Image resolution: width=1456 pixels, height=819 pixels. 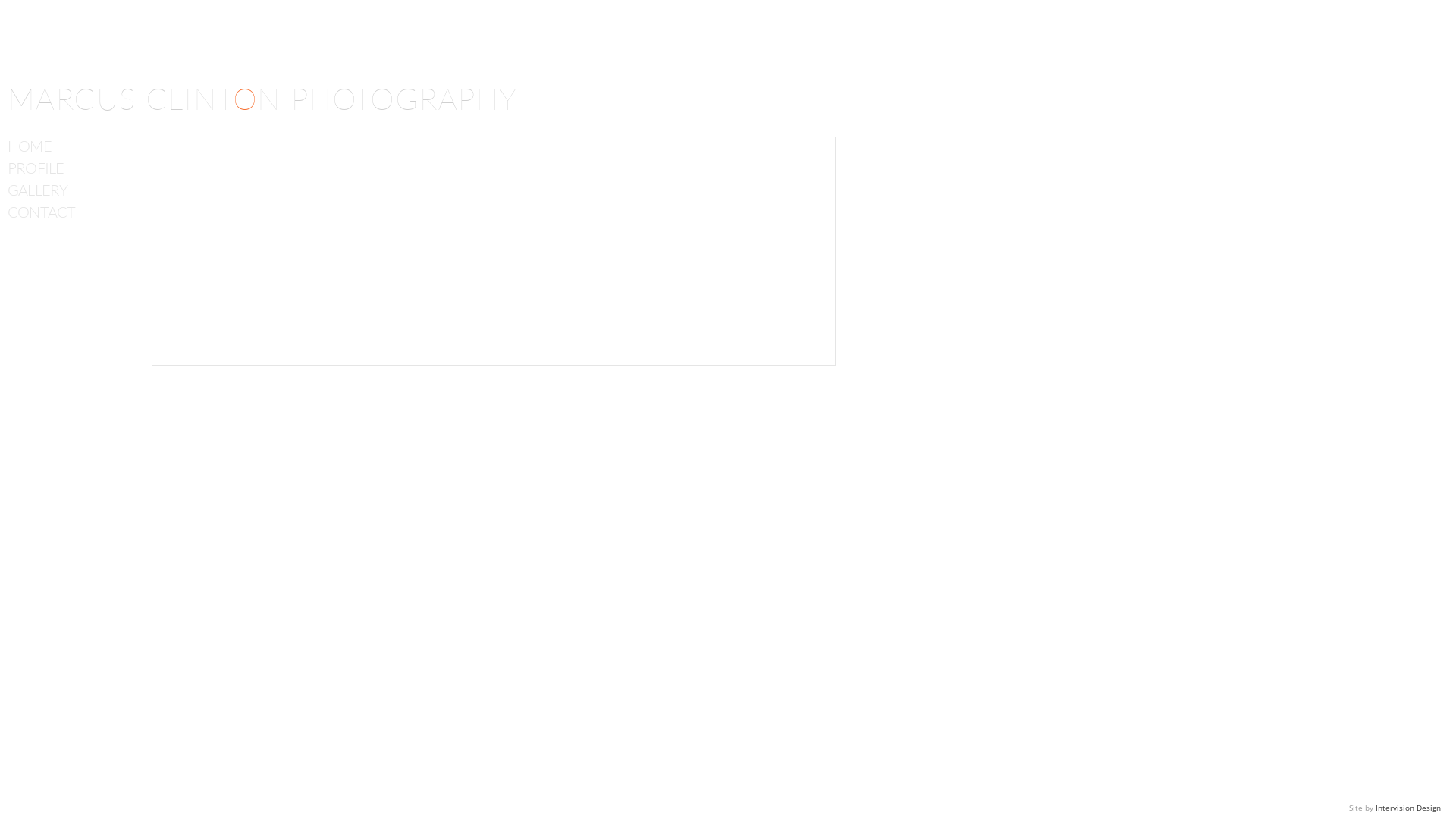 I want to click on 'GALLERY', so click(x=75, y=189).